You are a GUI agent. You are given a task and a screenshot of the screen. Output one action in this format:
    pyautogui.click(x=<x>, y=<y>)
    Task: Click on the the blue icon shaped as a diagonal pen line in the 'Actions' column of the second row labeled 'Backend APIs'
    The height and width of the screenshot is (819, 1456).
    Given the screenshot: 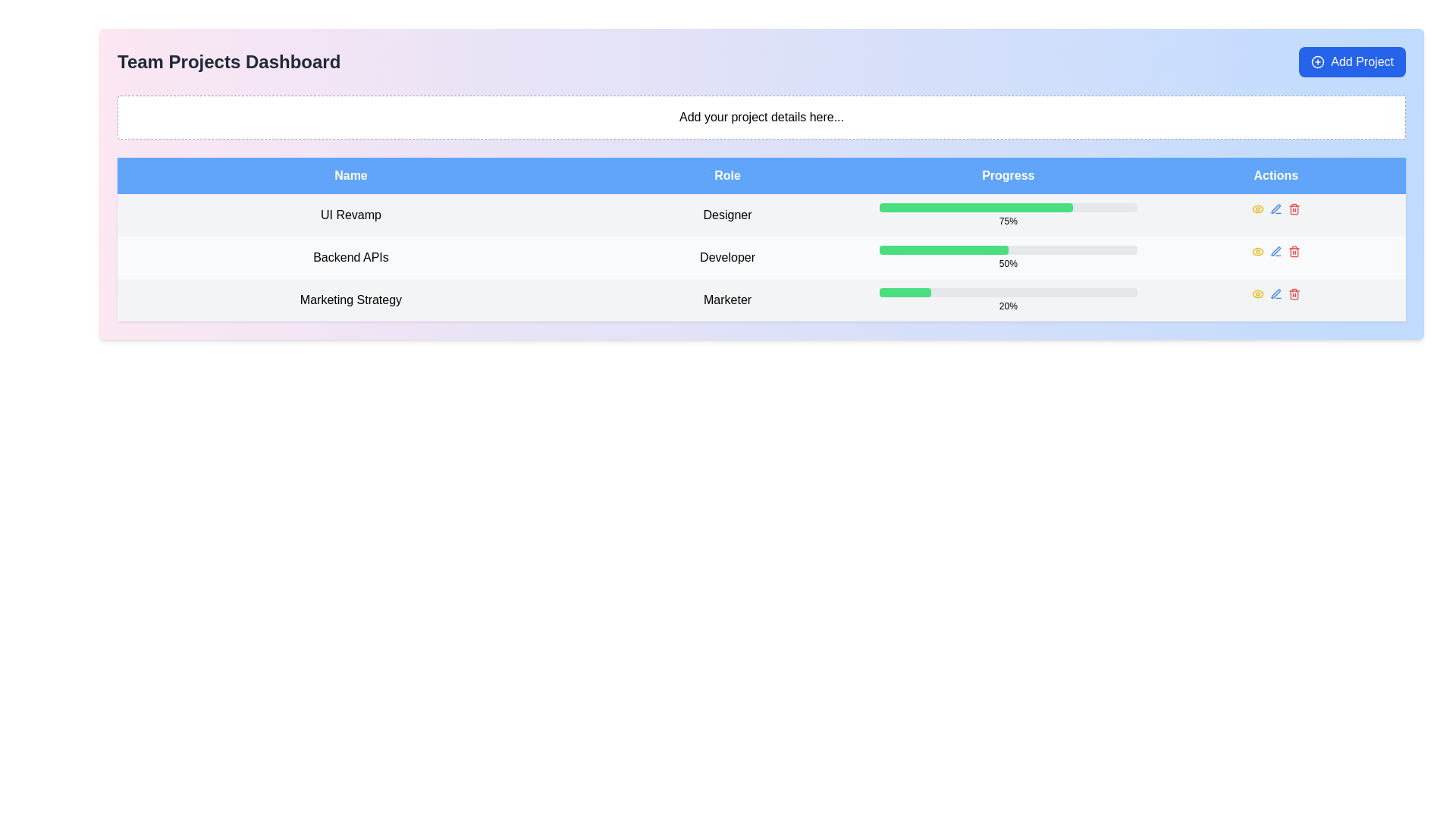 What is the action you would take?
    pyautogui.click(x=1275, y=209)
    